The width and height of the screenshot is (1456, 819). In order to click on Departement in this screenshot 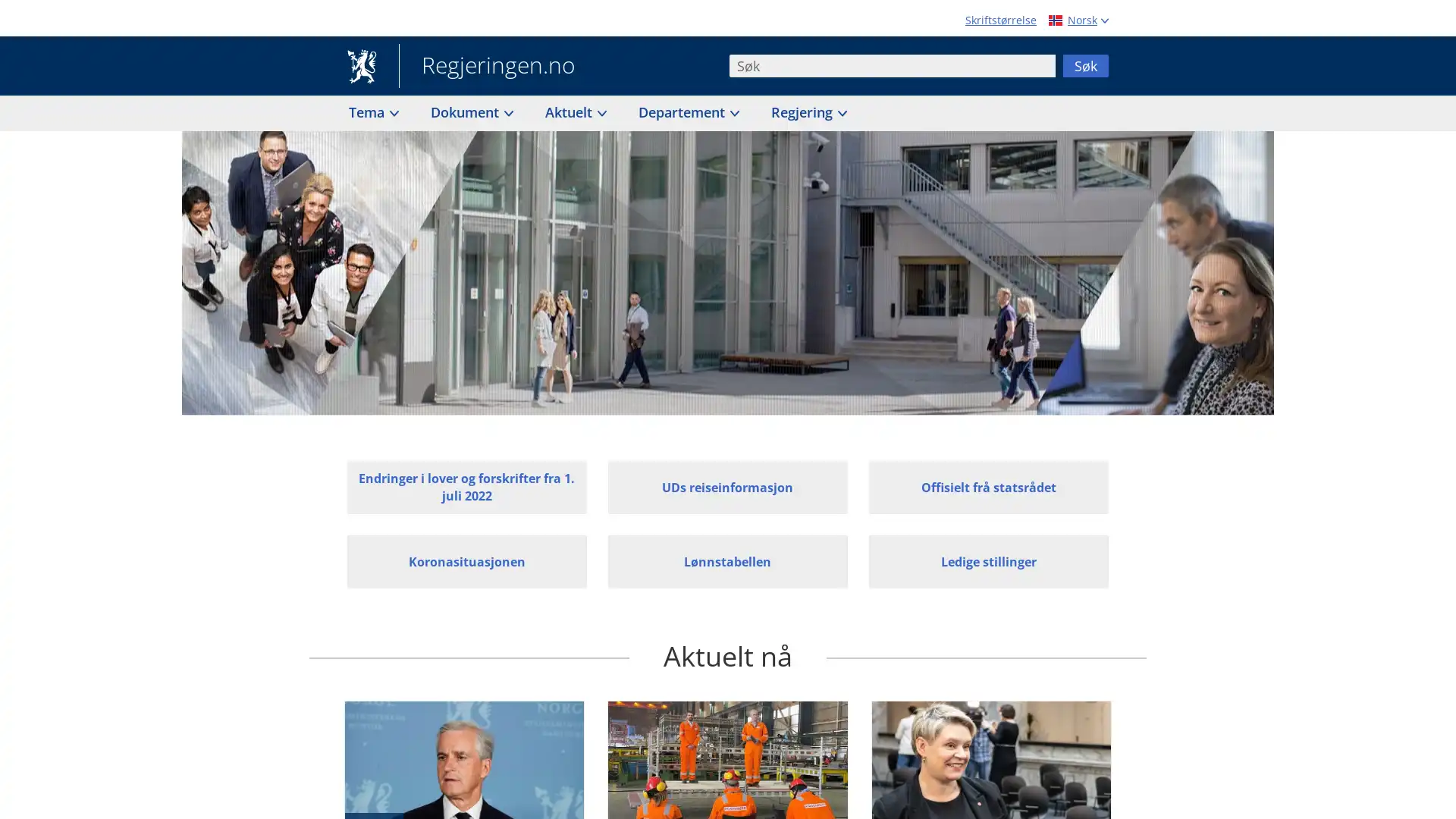, I will do `click(687, 111)`.